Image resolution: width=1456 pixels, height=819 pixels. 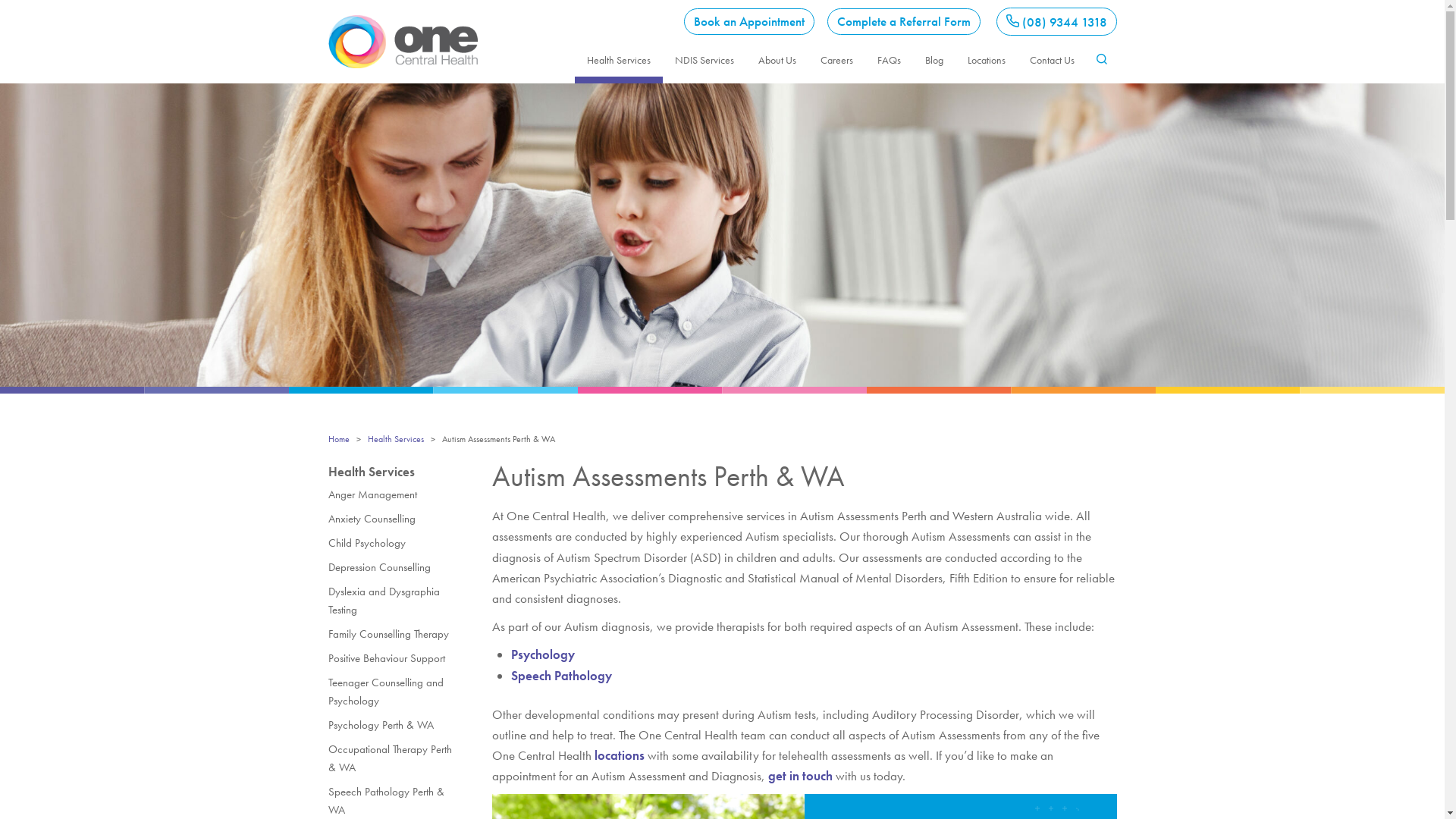 What do you see at coordinates (394, 691) in the screenshot?
I see `'Teenager Counselling and Psychology'` at bounding box center [394, 691].